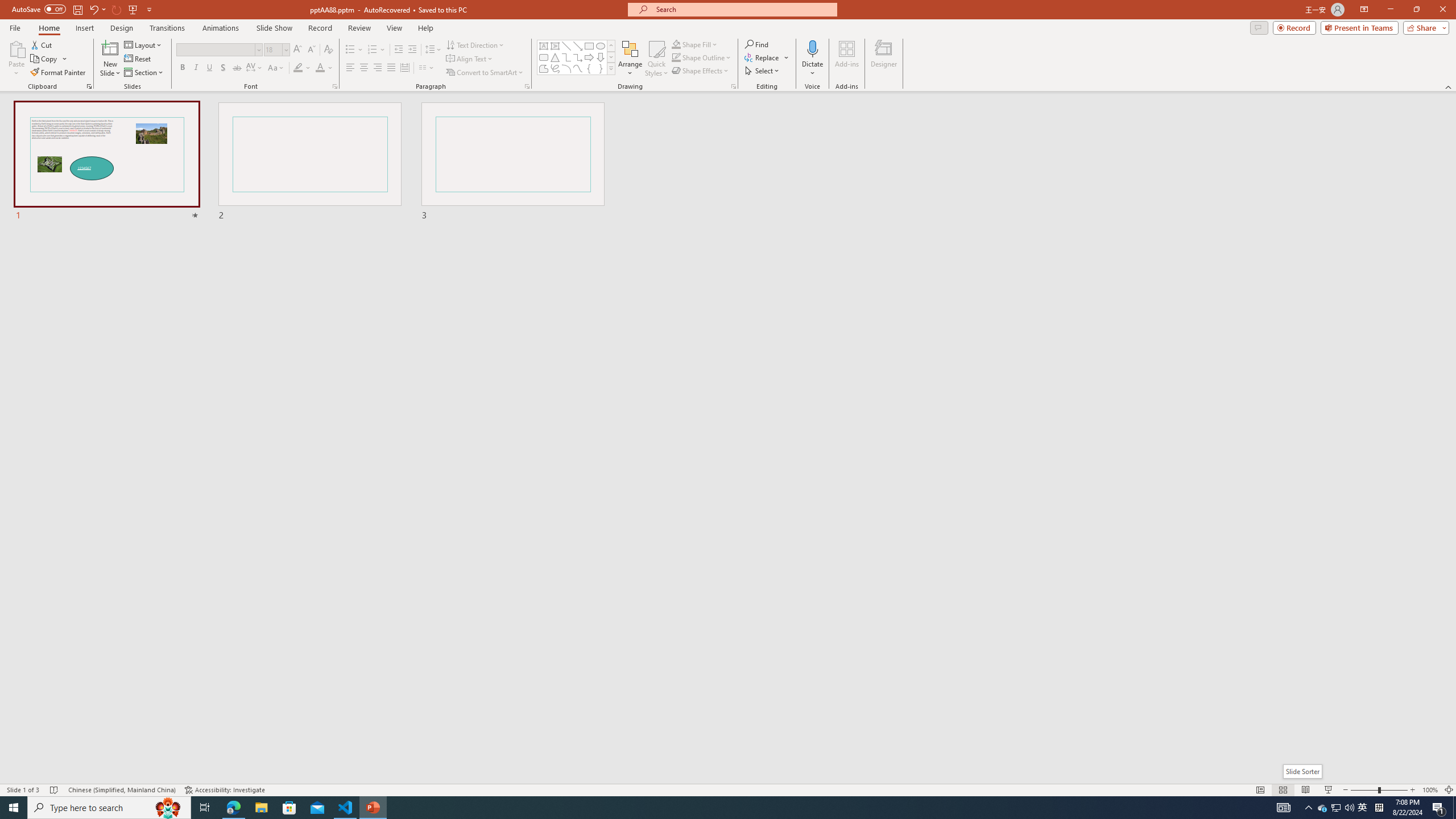 The image size is (1456, 819). What do you see at coordinates (589, 45) in the screenshot?
I see `'Rectangle'` at bounding box center [589, 45].